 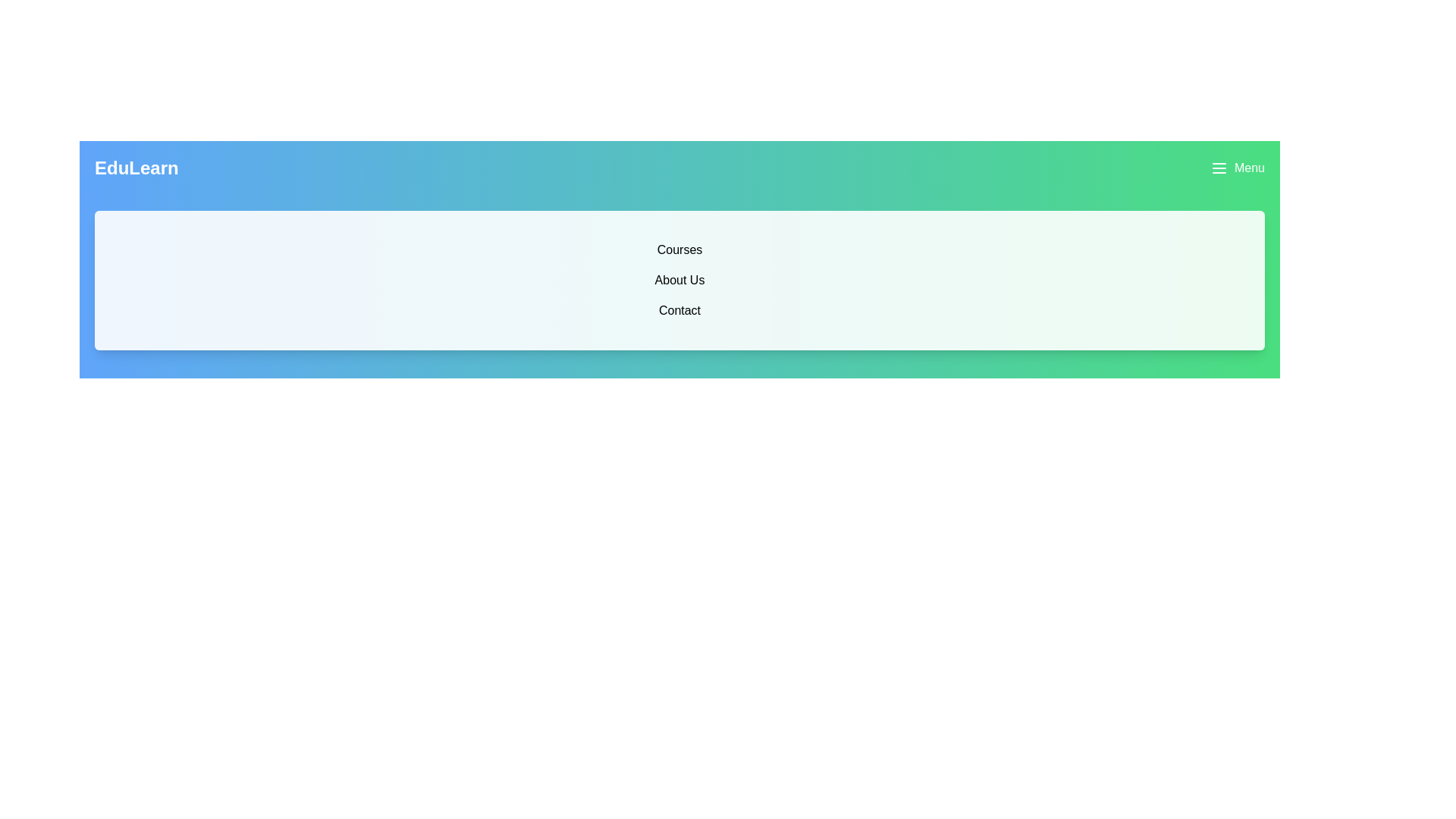 What do you see at coordinates (1249, 168) in the screenshot?
I see `the label that serves as an indicator for the adjacent menu toggle icon, located at the top-right corner of the application interface` at bounding box center [1249, 168].